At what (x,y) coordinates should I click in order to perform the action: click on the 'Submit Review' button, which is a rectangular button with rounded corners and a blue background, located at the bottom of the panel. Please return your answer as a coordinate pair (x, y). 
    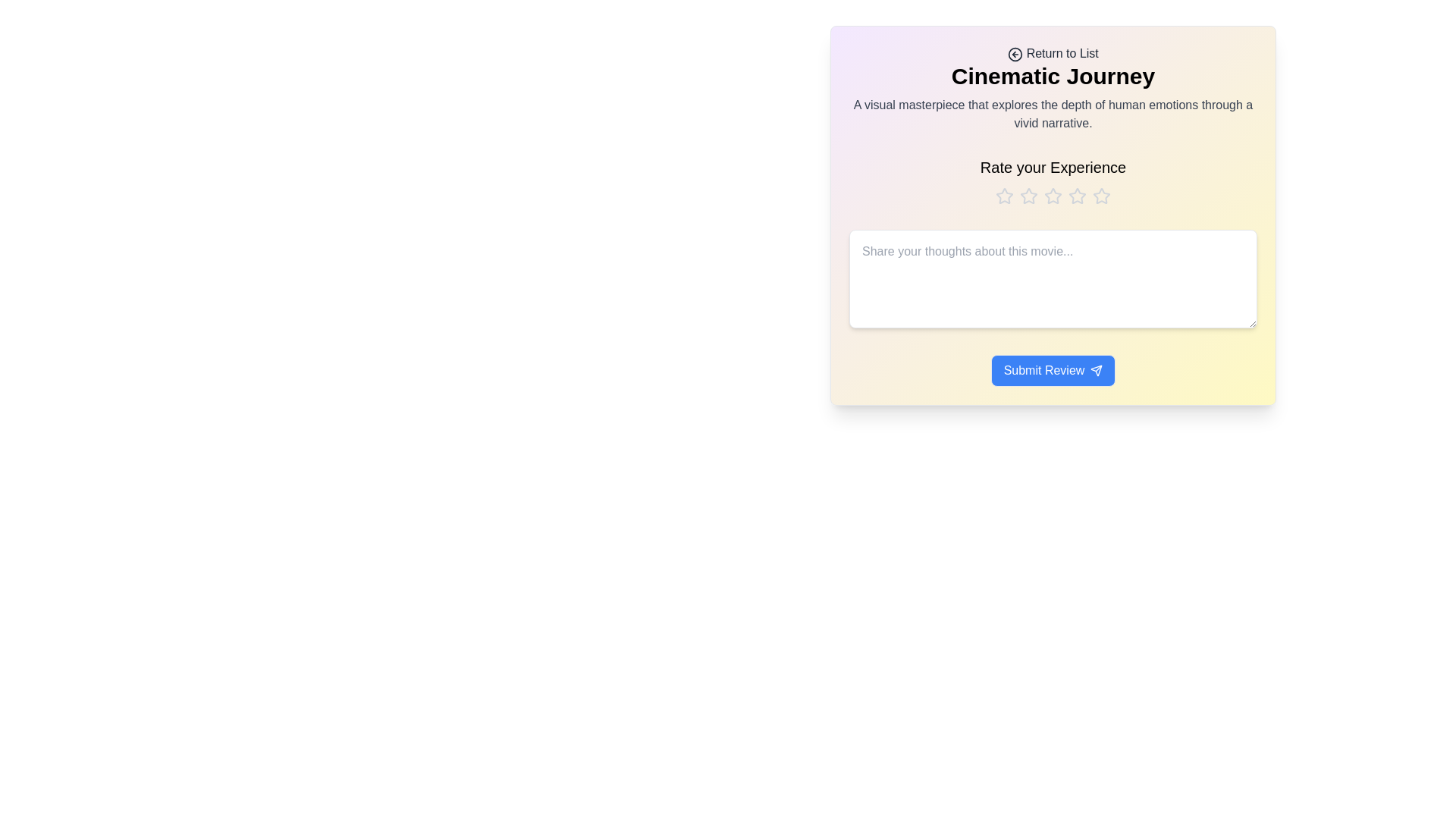
    Looking at the image, I should click on (1052, 366).